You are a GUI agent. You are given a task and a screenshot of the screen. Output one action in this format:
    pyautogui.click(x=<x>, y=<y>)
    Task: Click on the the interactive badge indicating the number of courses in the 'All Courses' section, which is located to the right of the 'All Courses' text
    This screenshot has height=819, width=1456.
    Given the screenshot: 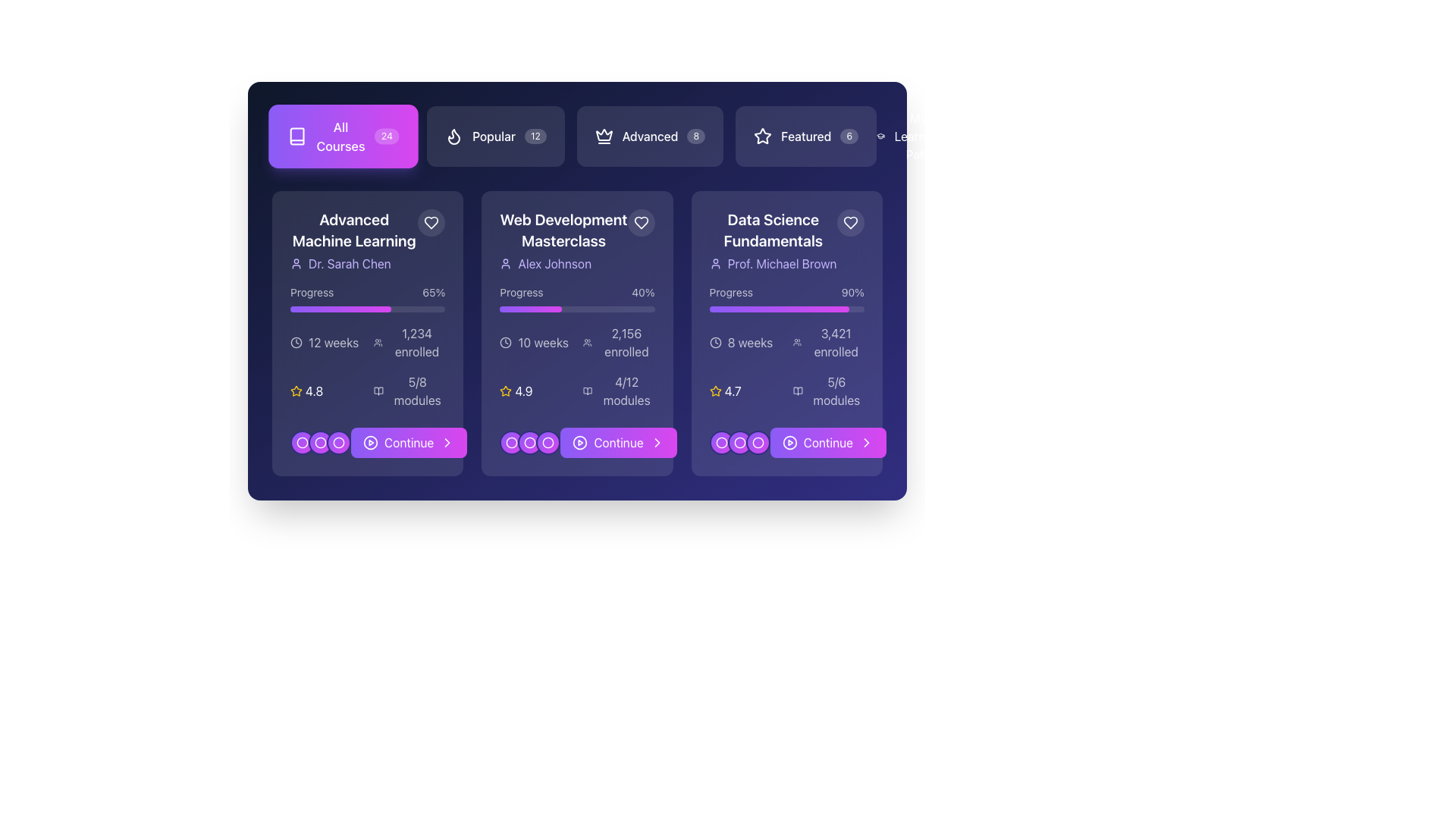 What is the action you would take?
    pyautogui.click(x=386, y=136)
    